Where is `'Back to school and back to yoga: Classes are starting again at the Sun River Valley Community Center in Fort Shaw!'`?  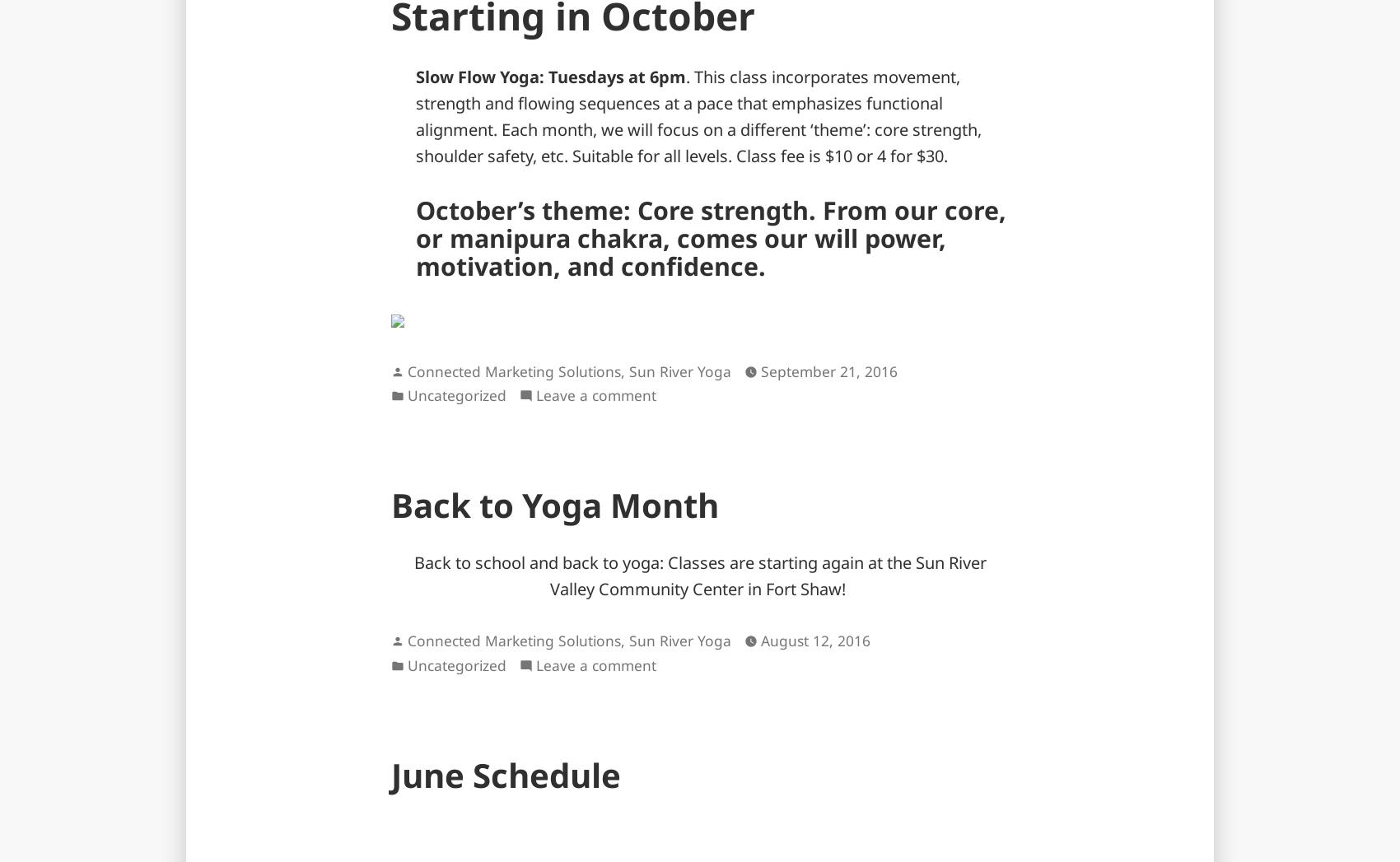
'Back to school and back to yoga: Classes are starting again at the Sun River Valley Community Center in Fort Shaw!' is located at coordinates (413, 575).